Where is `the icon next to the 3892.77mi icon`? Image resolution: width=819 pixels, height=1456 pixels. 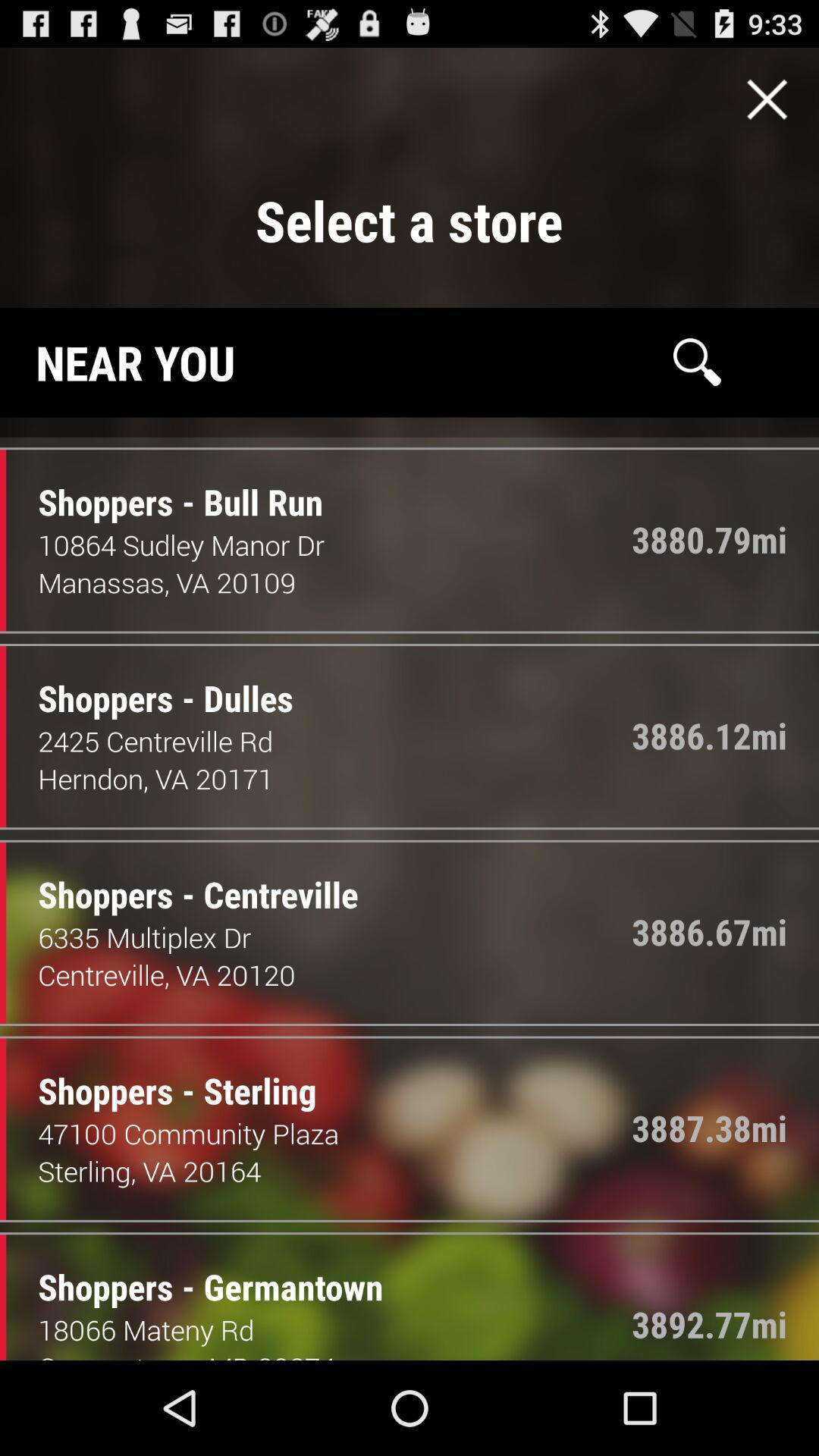
the icon next to the 3892.77mi icon is located at coordinates (334, 1329).